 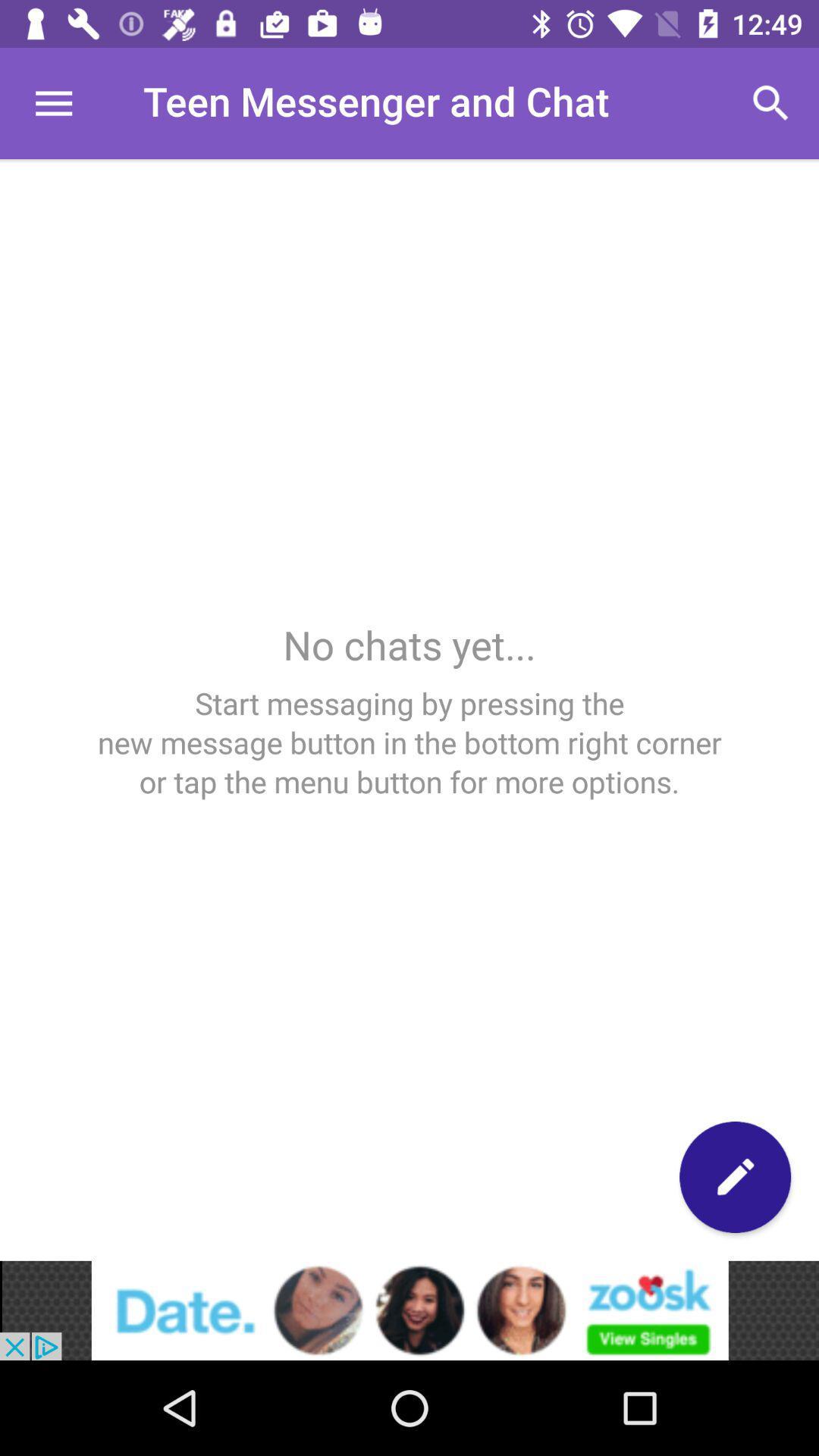 I want to click on the edit icon, so click(x=734, y=1176).